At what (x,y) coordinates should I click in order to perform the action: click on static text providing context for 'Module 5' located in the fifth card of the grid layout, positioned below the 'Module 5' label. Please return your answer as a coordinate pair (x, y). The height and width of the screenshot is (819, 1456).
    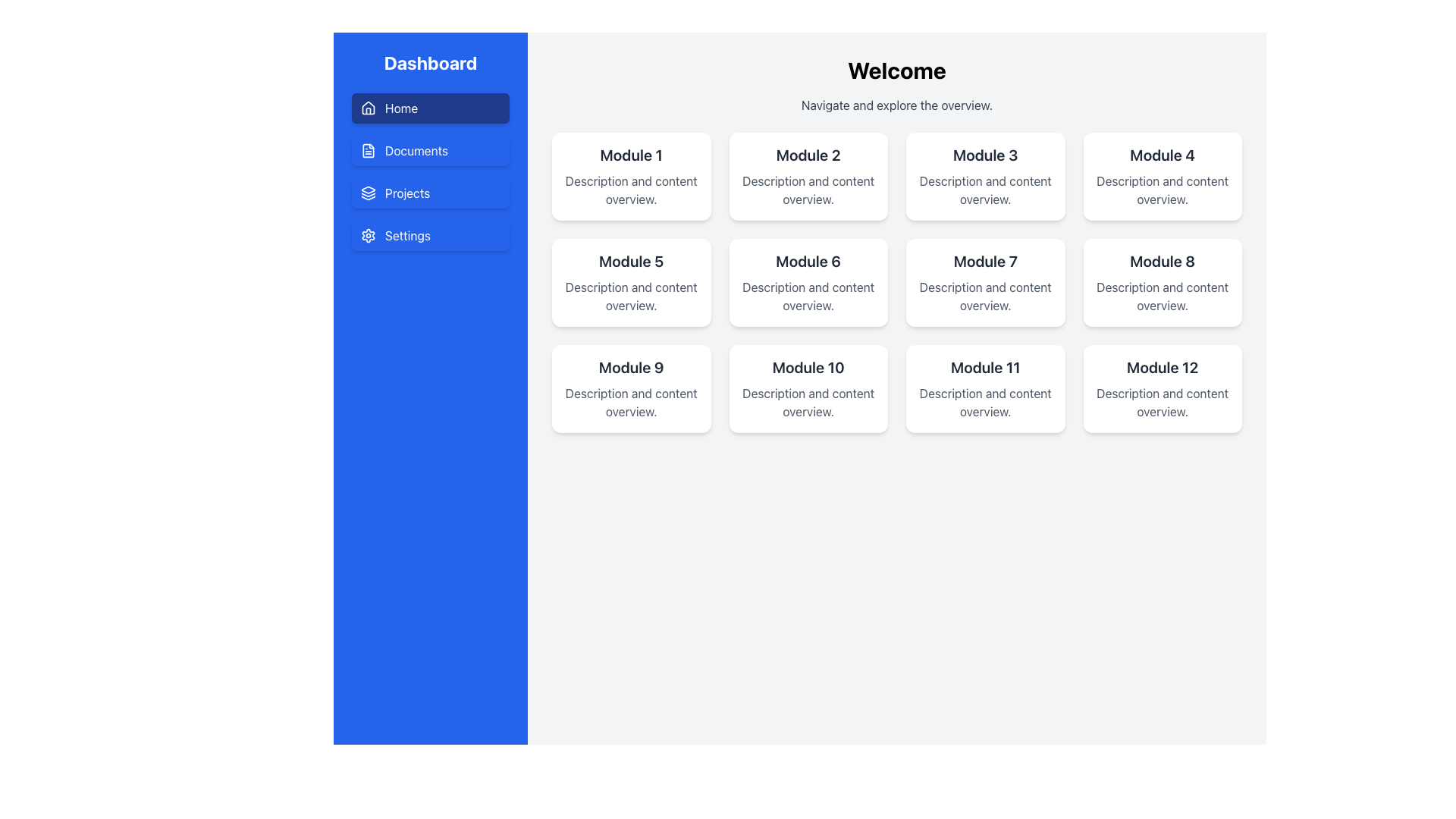
    Looking at the image, I should click on (631, 296).